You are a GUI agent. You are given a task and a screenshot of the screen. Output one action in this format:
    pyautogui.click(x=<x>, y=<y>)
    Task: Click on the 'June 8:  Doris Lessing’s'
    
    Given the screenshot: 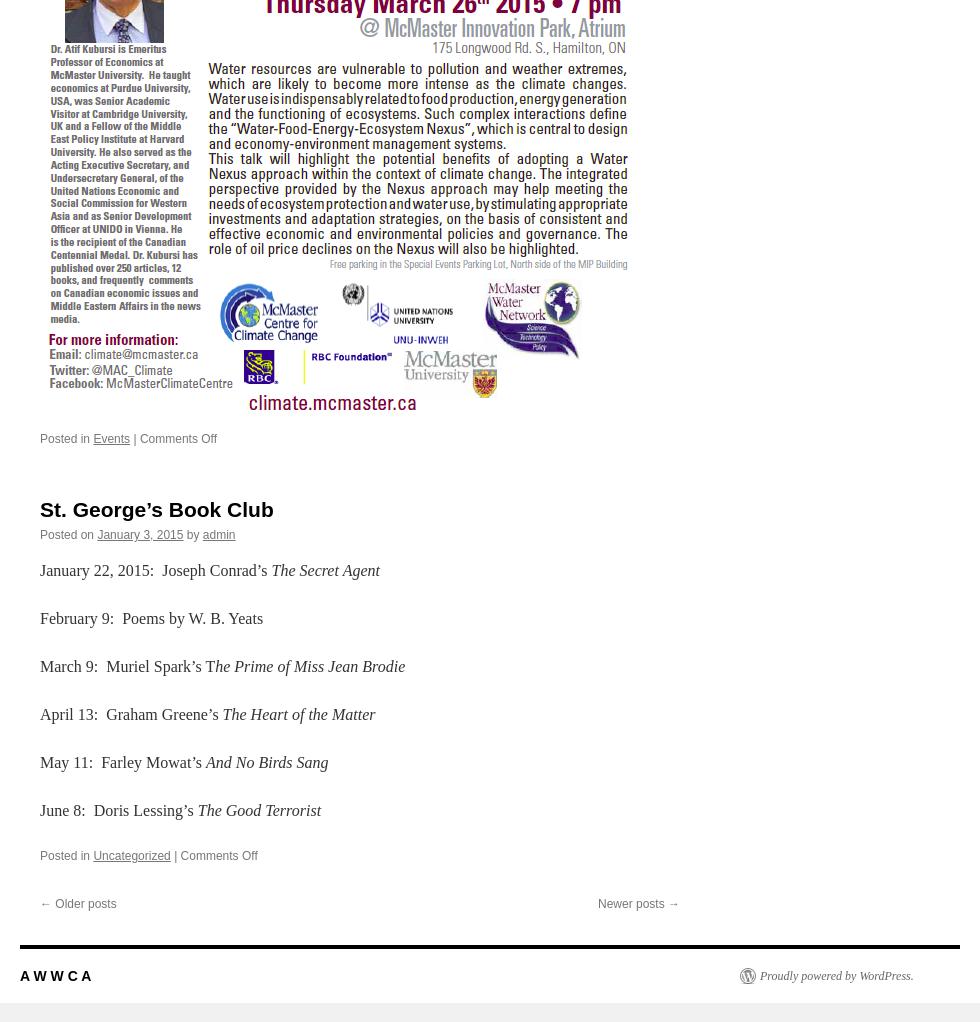 What is the action you would take?
    pyautogui.click(x=118, y=808)
    